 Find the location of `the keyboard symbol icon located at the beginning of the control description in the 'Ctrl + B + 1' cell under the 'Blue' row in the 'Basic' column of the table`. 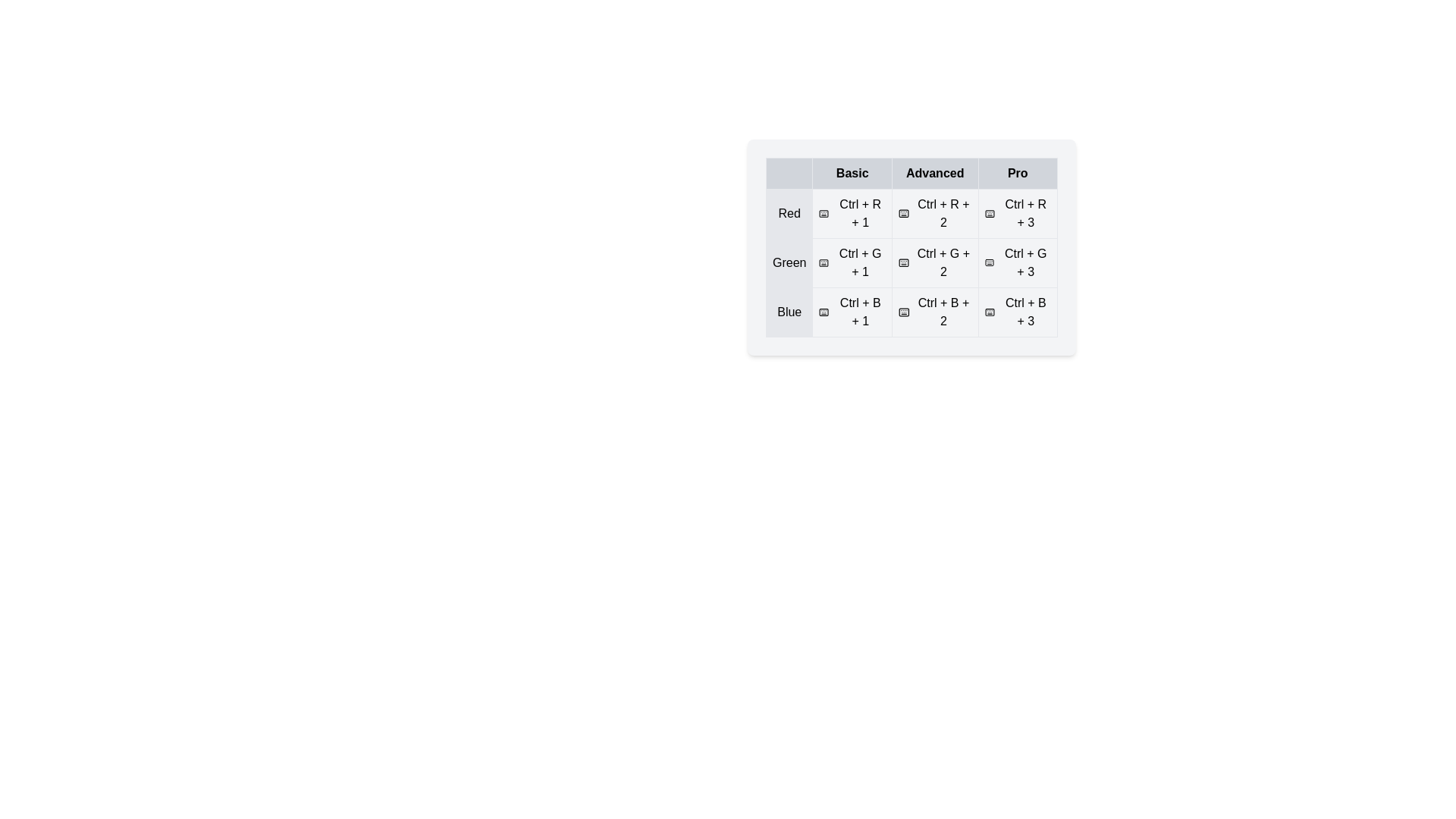

the keyboard symbol icon located at the beginning of the control description in the 'Ctrl + B + 1' cell under the 'Blue' row in the 'Basic' column of the table is located at coordinates (824, 312).